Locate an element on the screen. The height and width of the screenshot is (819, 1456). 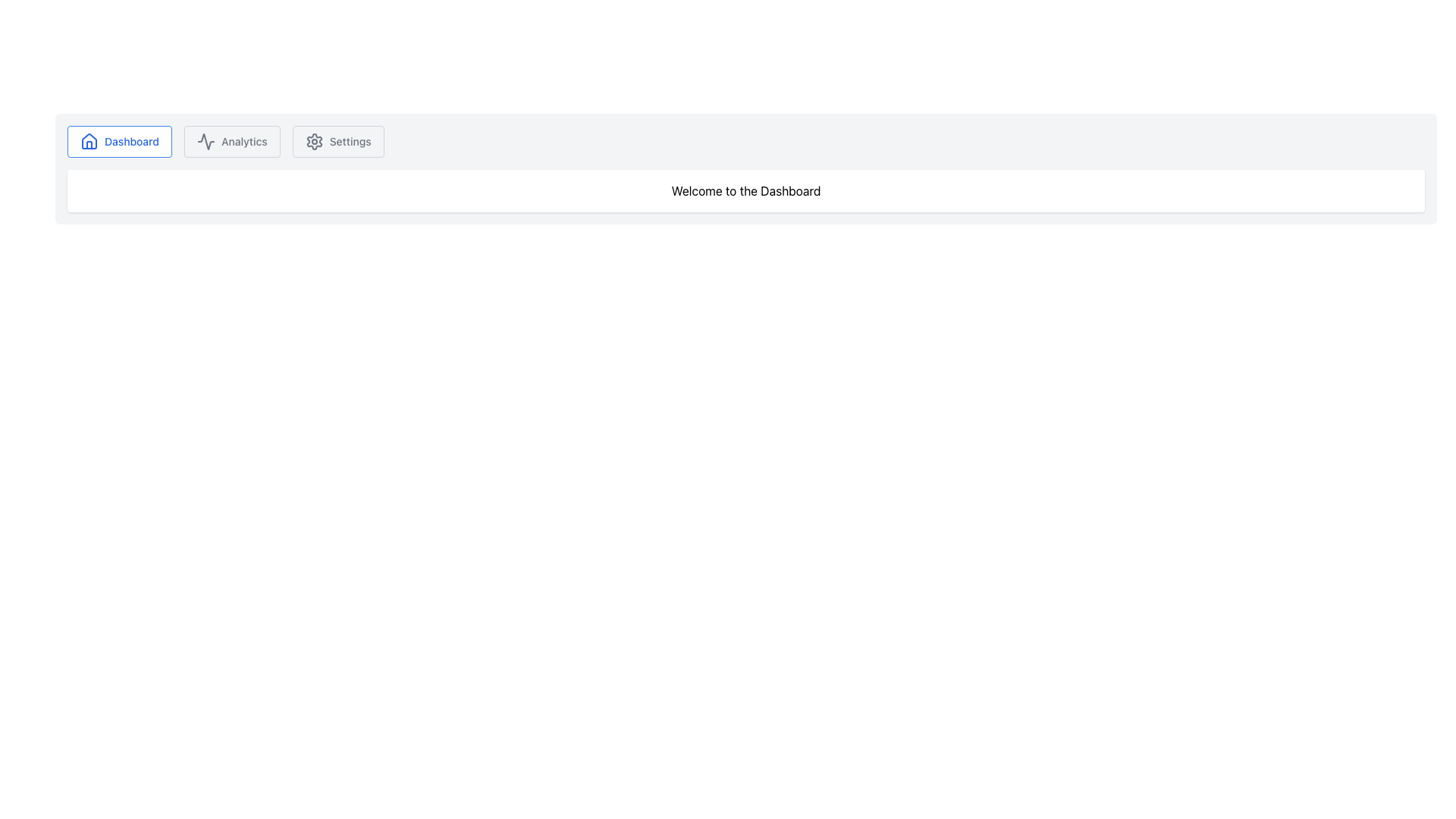
the third button in the horizontal navigation bar, which navigates to the 'Settings' section of the interface is located at coordinates (337, 141).